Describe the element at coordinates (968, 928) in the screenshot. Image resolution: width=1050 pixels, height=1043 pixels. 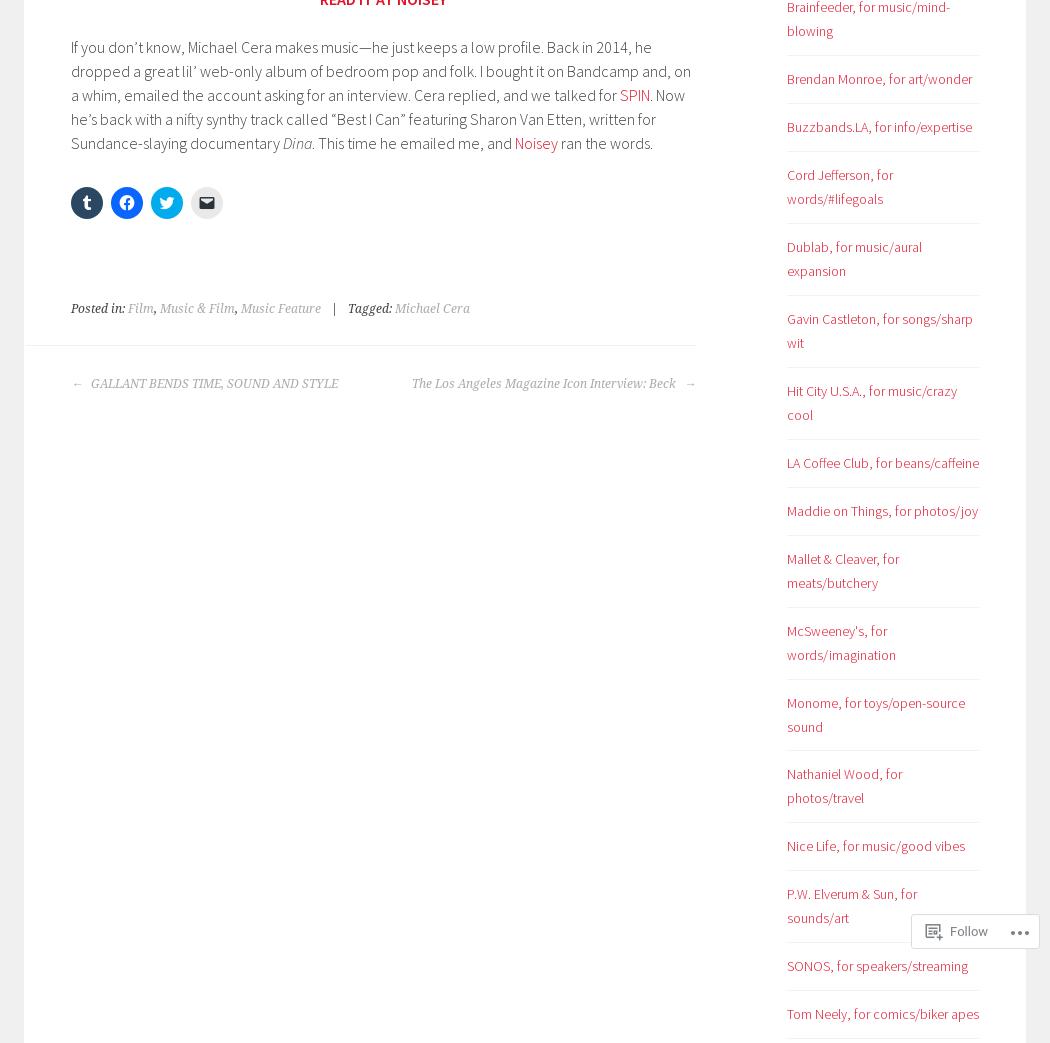
I see `'Follow'` at that location.